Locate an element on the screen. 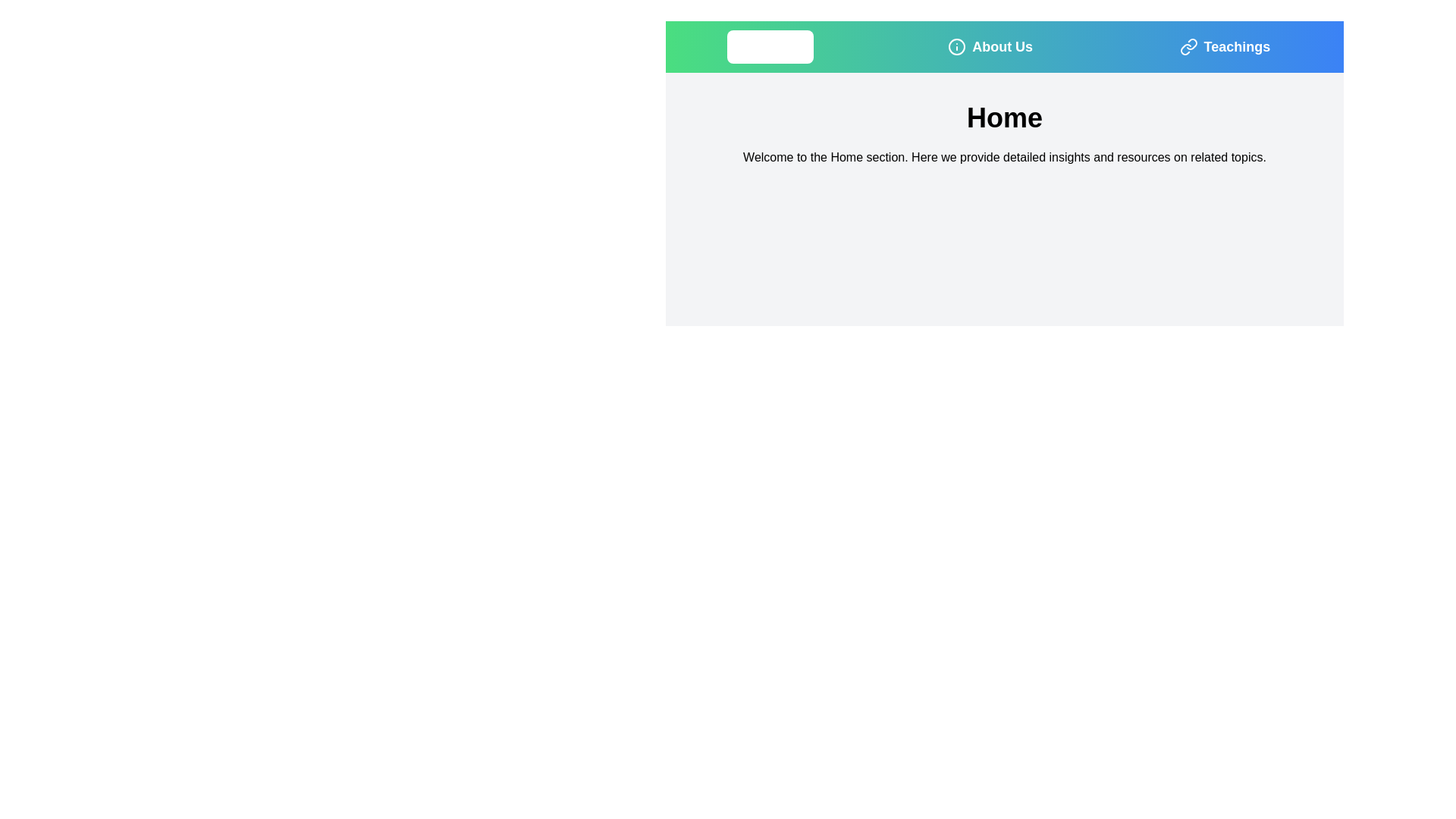 The height and width of the screenshot is (819, 1456). the central circle of the information icon in the top navigation bar, which is located slightly to the right of the 'About Us' text and before the 'Teachings' link is located at coordinates (956, 45).